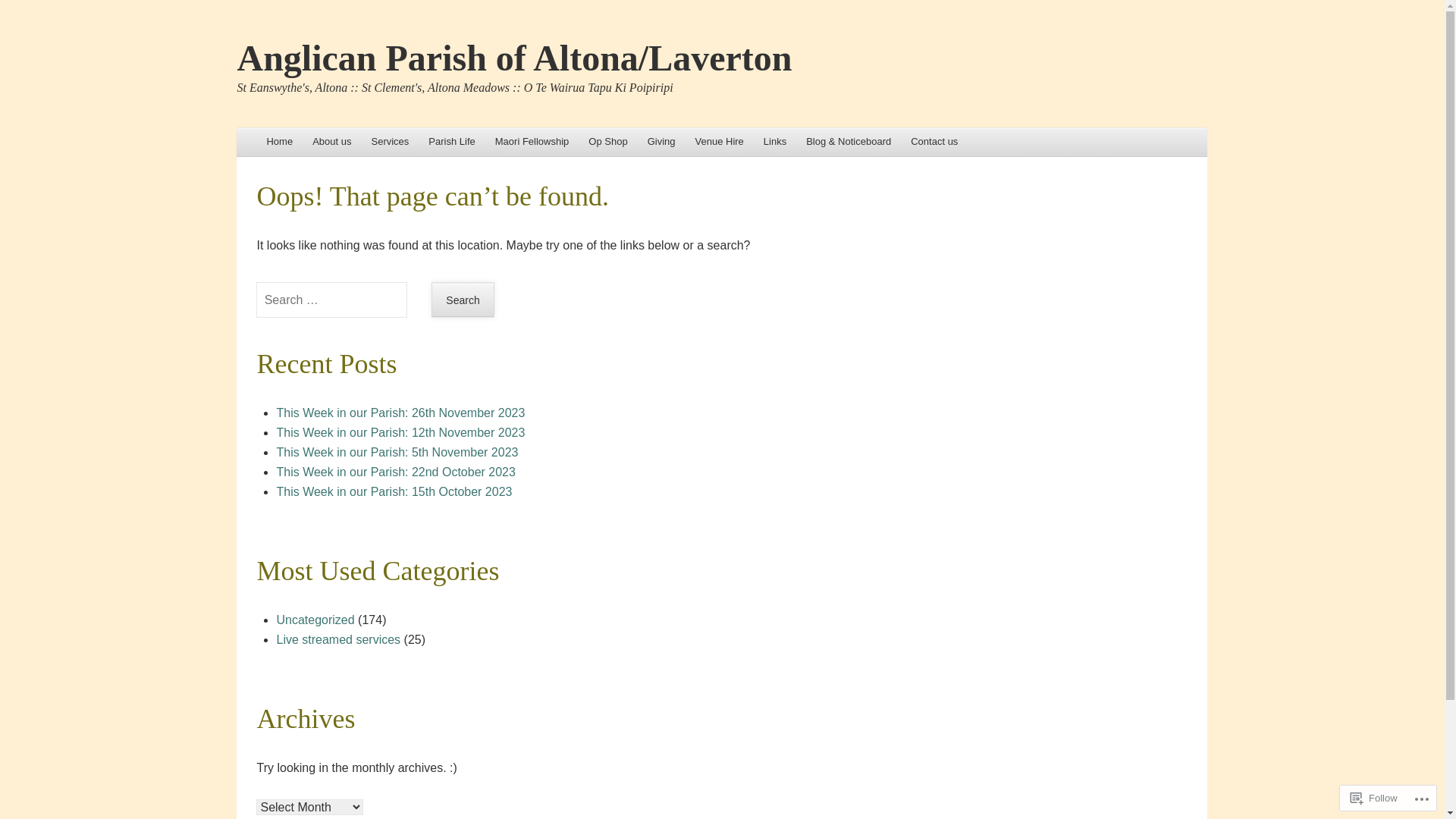 The width and height of the screenshot is (1456, 819). What do you see at coordinates (389, 142) in the screenshot?
I see `'Services'` at bounding box center [389, 142].